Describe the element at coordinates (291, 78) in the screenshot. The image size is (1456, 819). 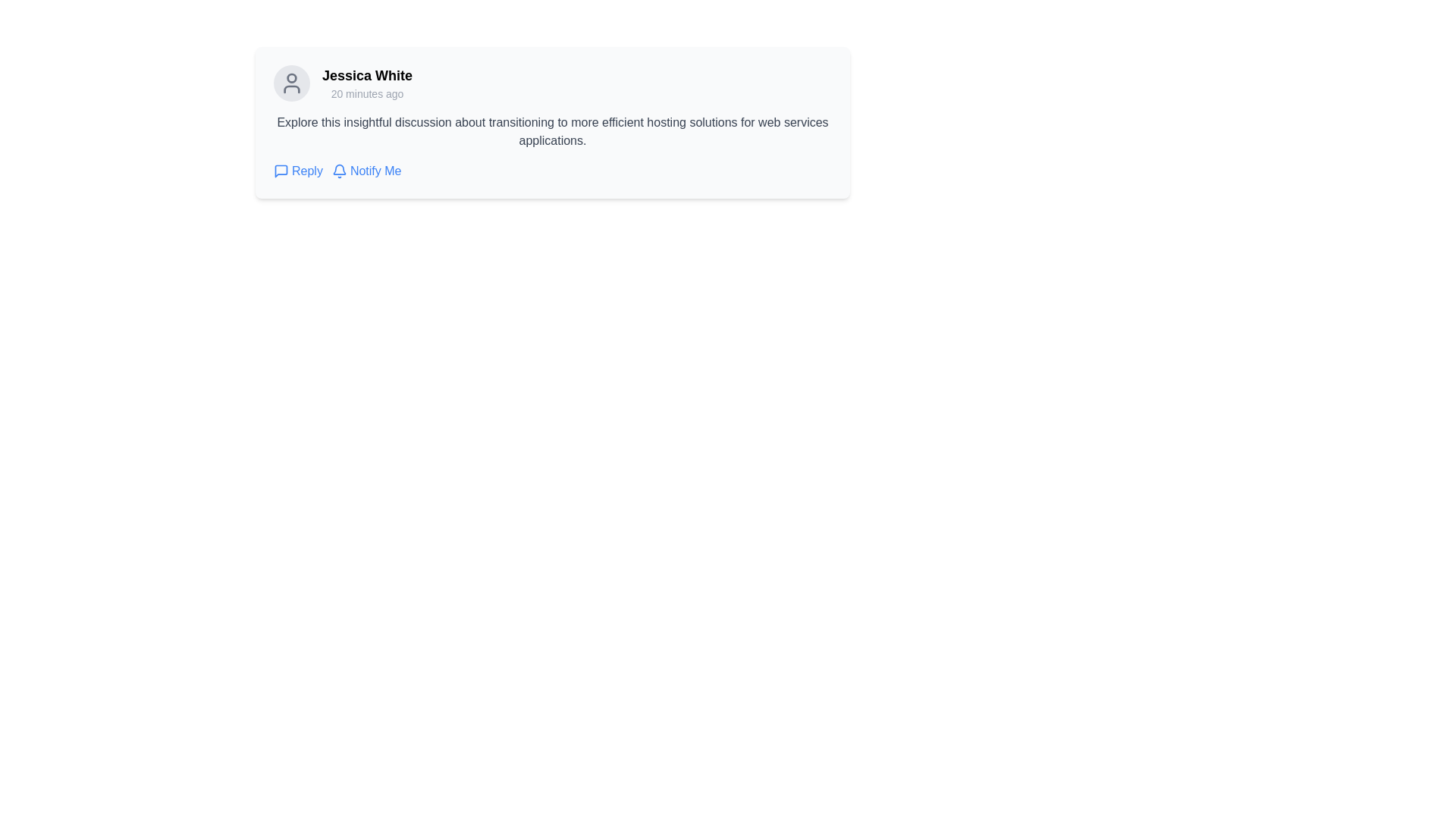
I see `the circular graphic element located at the top of the user comment block, which is part of the profile picture icon` at that location.